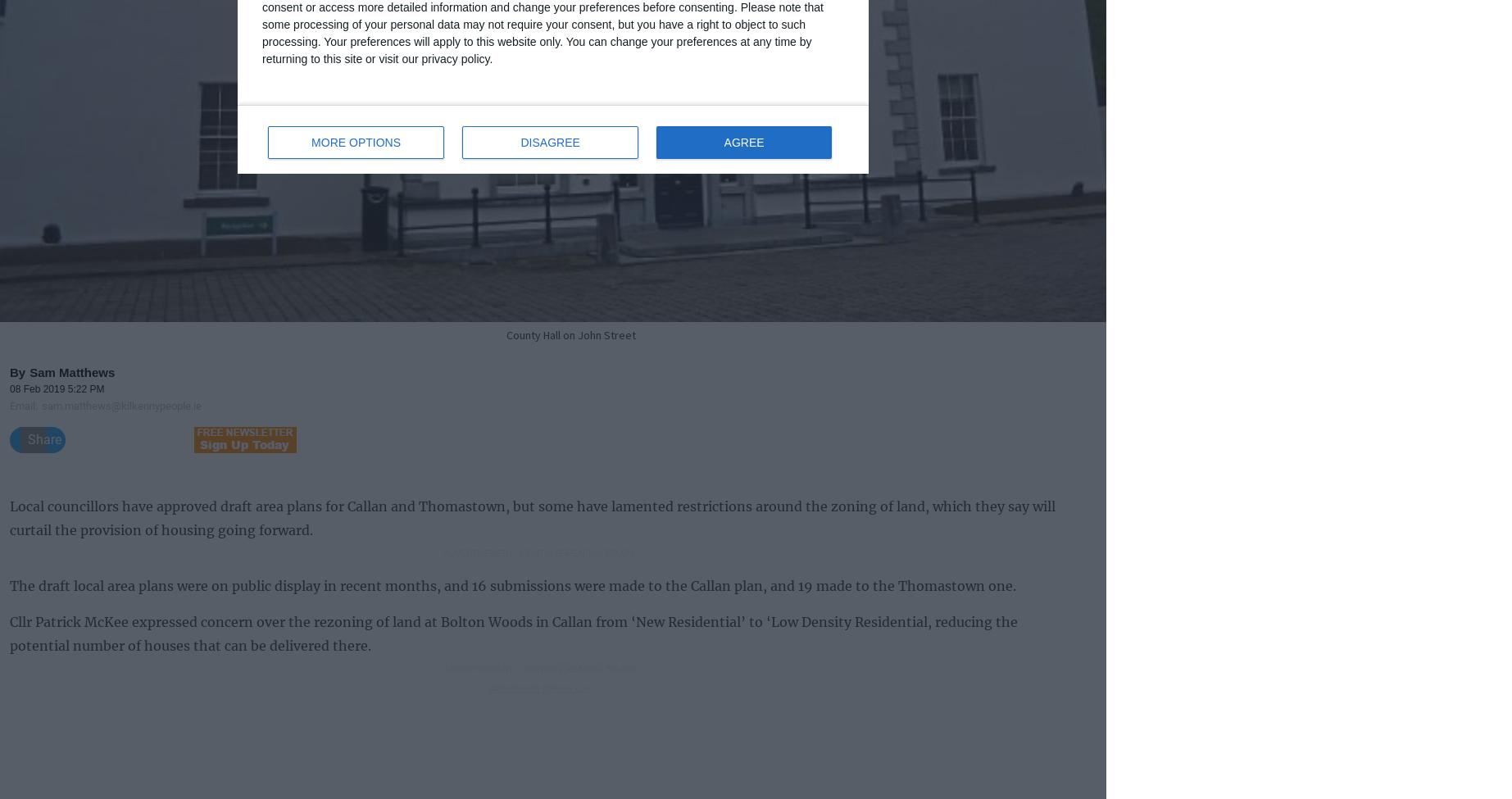  What do you see at coordinates (515, 688) in the screenshot?
I see `'Advertise with'` at bounding box center [515, 688].